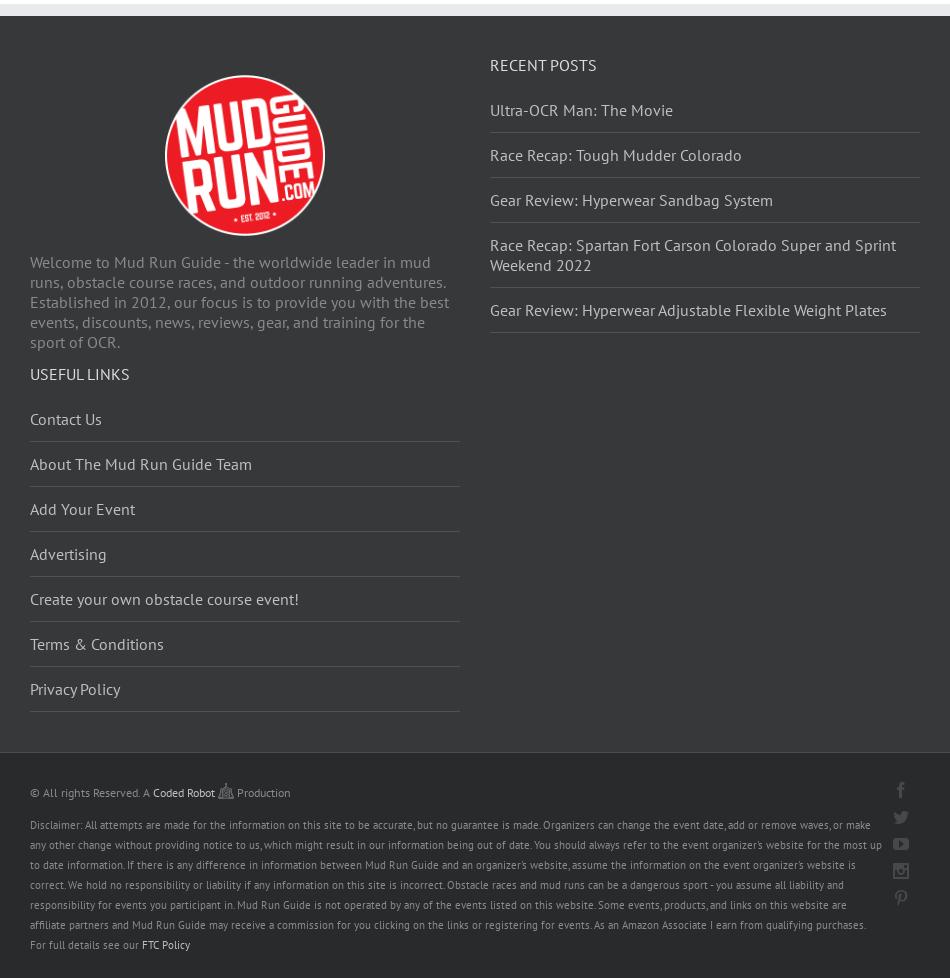  Describe the element at coordinates (688, 308) in the screenshot. I see `'Gear Review: Hyperwear Adjustable Flexible Weight Plates'` at that location.